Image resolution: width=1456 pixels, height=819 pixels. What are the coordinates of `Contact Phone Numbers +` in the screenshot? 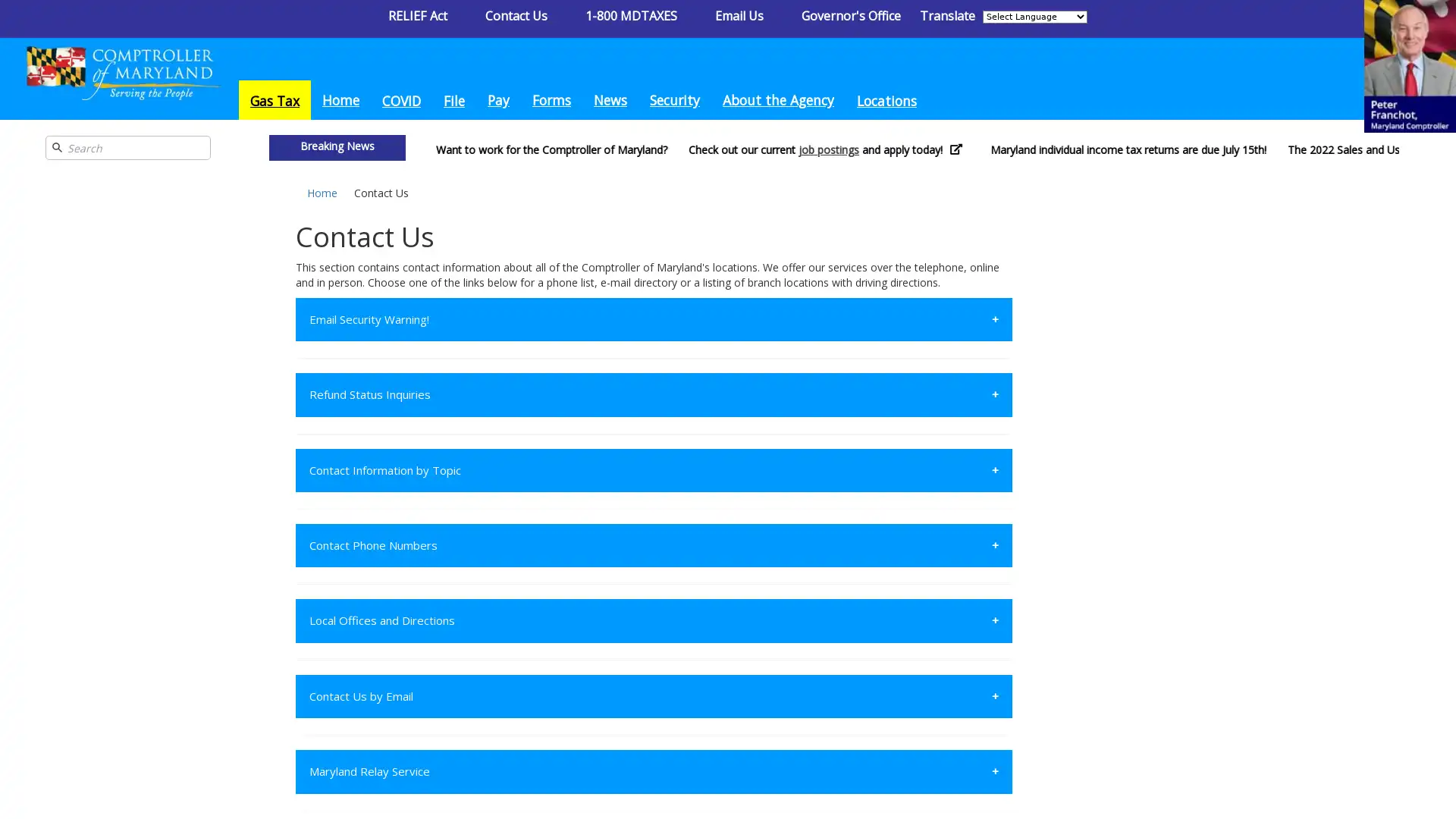 It's located at (654, 544).